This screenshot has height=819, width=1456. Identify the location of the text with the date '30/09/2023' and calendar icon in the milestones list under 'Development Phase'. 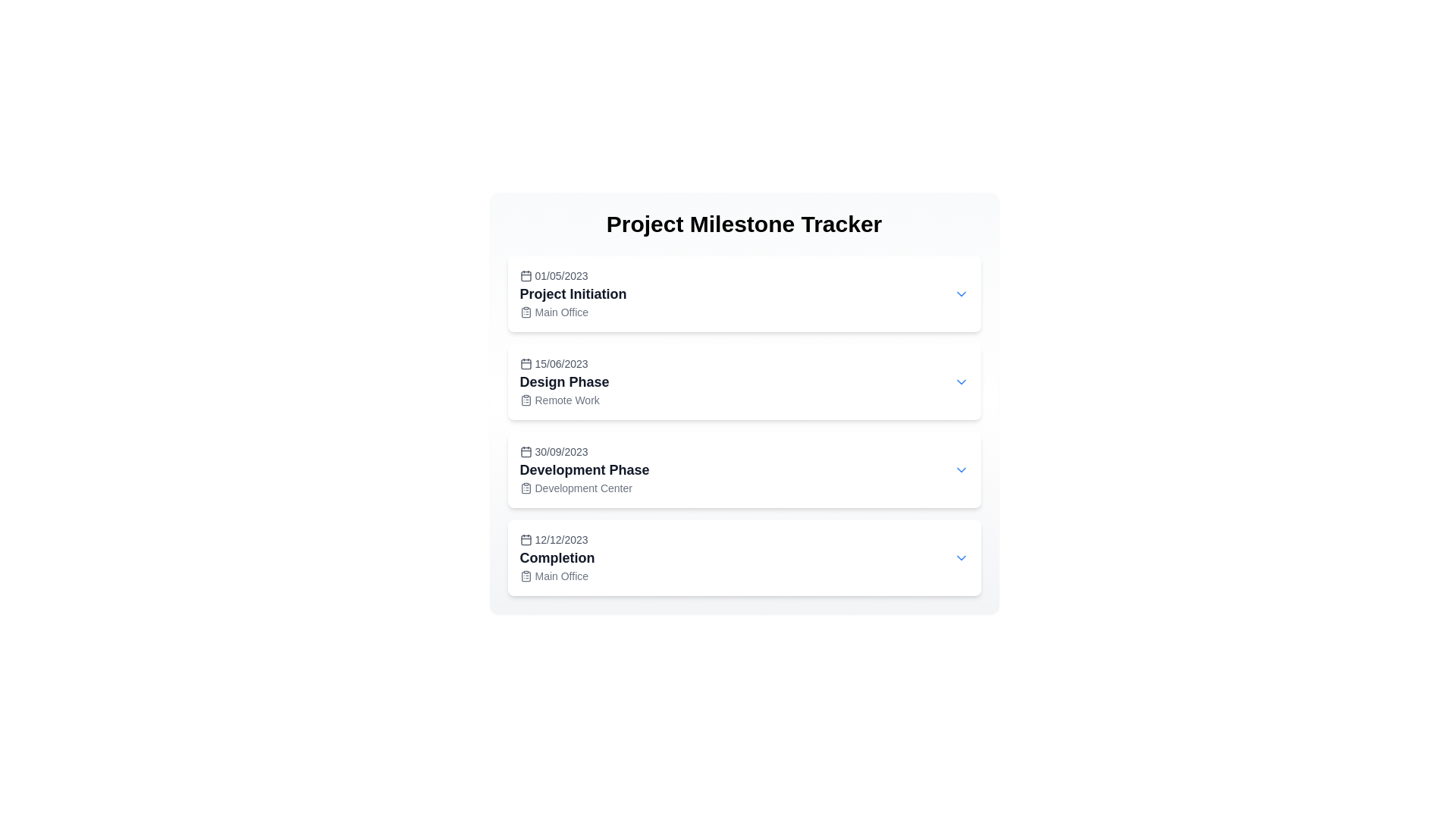
(584, 451).